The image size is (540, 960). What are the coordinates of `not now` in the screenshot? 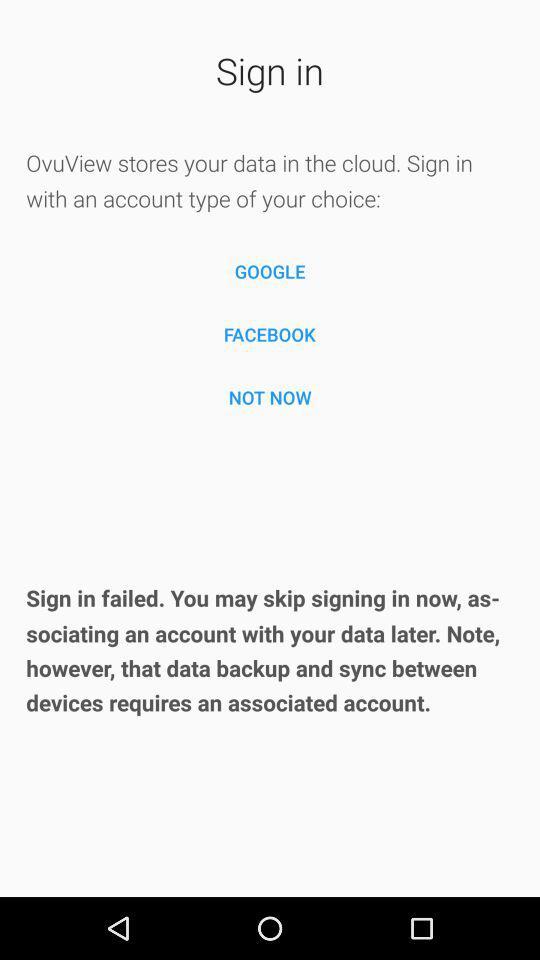 It's located at (270, 396).